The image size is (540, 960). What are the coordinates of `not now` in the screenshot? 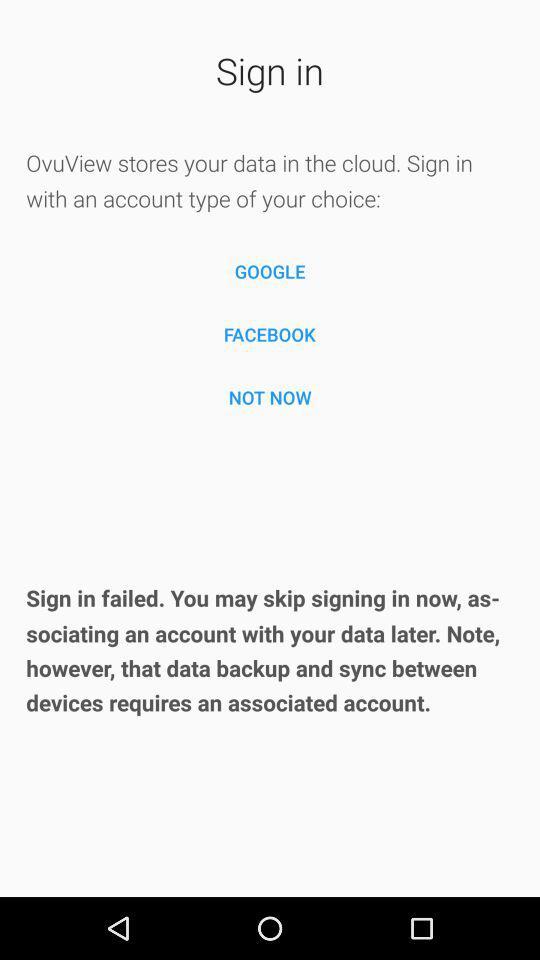 It's located at (270, 396).